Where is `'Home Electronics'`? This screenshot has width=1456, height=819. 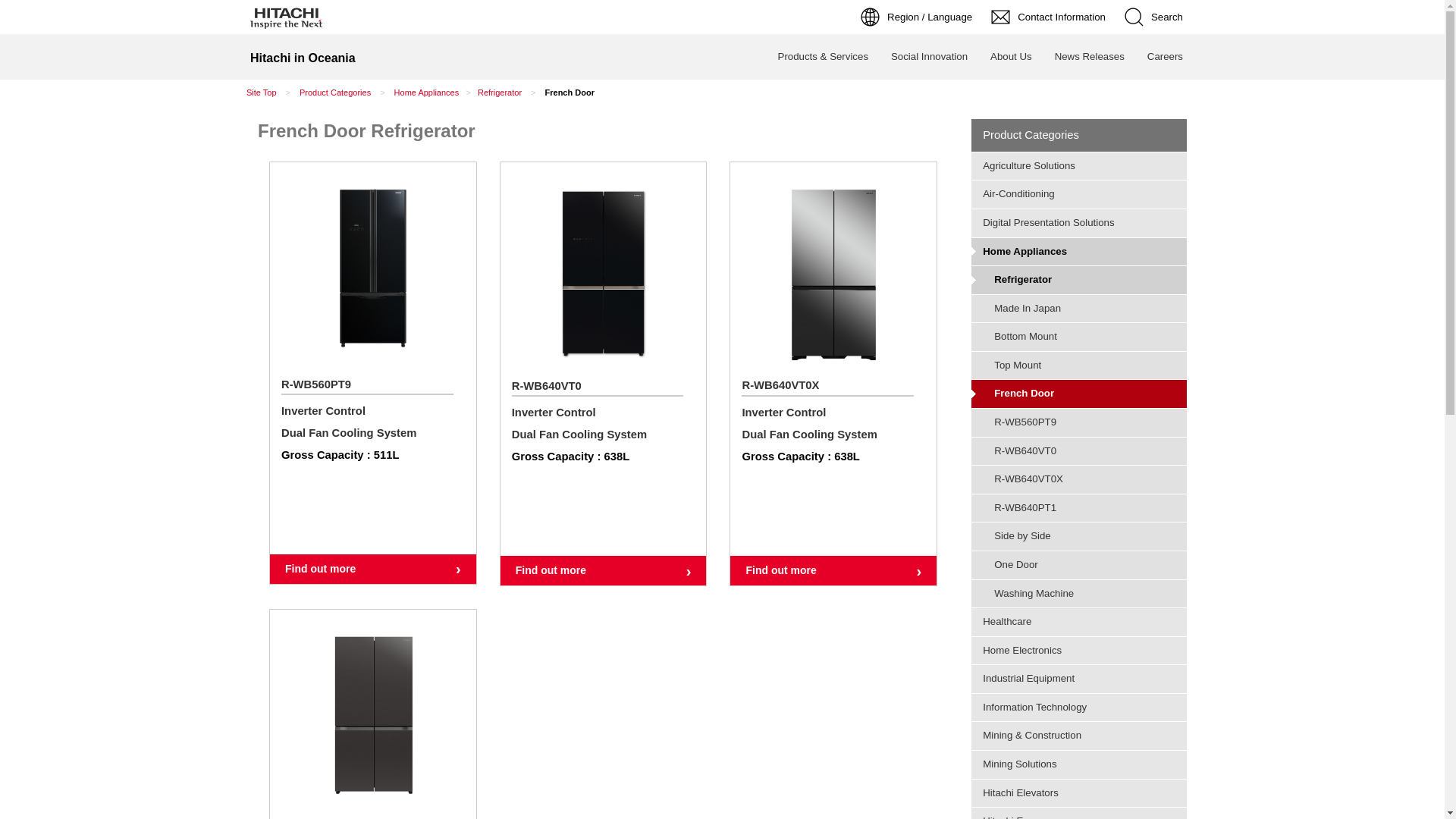 'Home Electronics' is located at coordinates (971, 649).